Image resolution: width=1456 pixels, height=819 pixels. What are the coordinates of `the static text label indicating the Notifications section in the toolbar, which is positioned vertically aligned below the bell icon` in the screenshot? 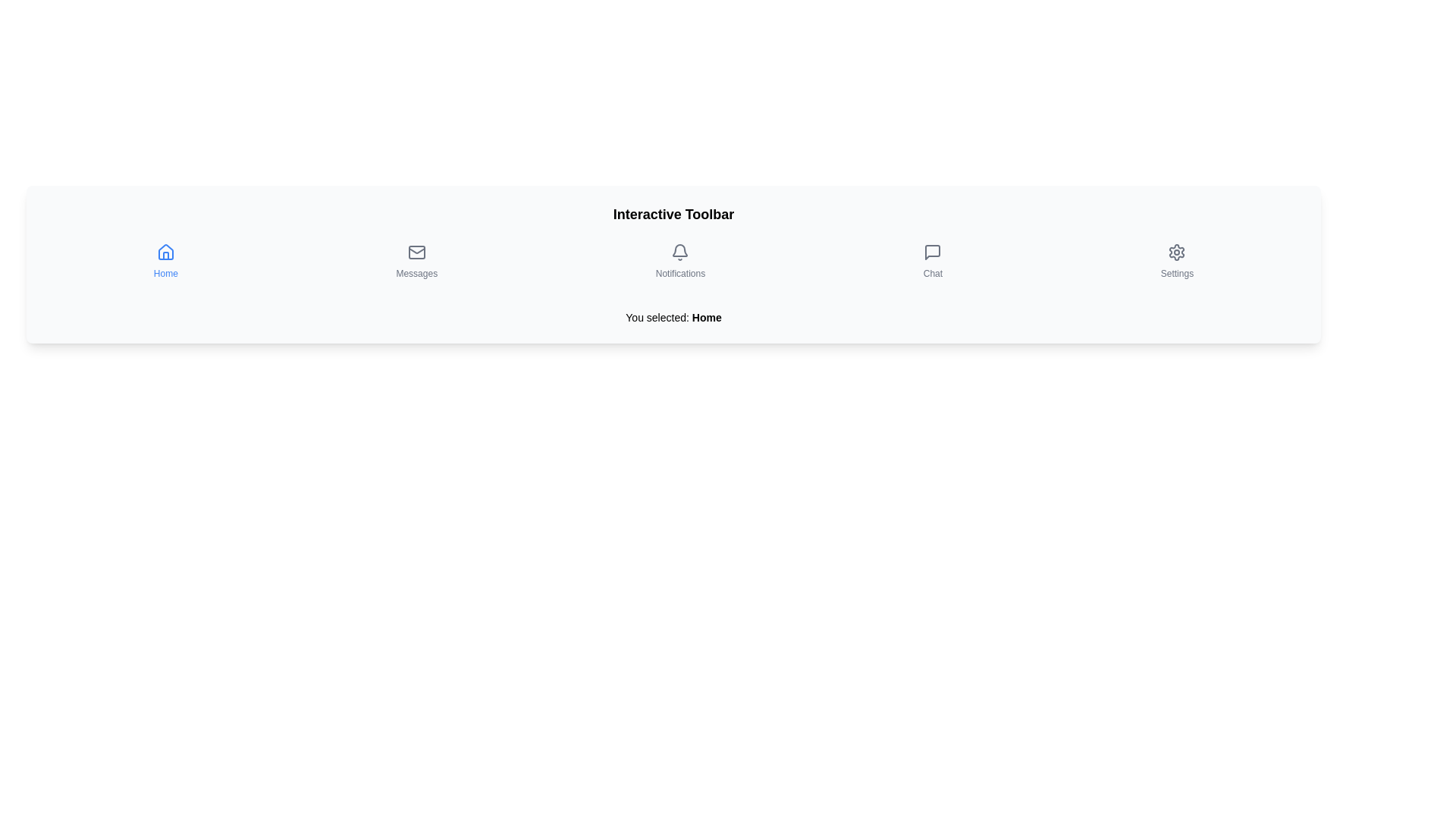 It's located at (679, 274).